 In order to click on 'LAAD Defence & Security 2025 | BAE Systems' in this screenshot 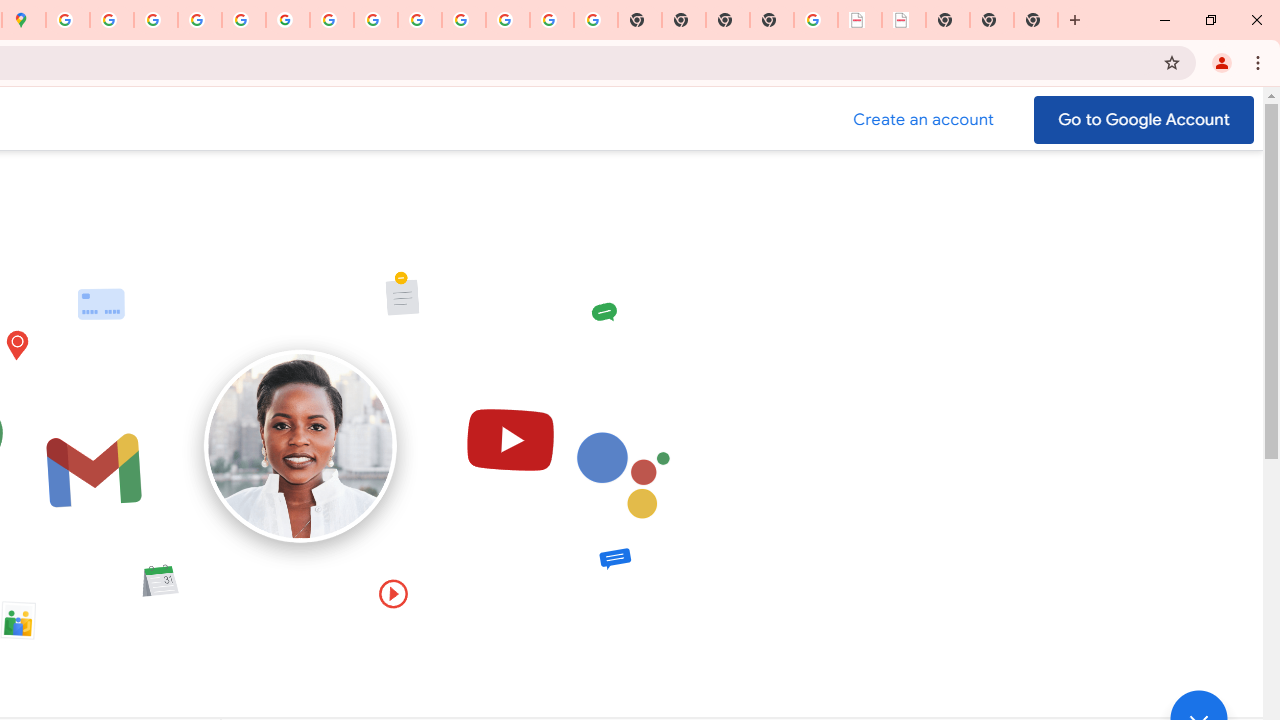, I will do `click(860, 20)`.